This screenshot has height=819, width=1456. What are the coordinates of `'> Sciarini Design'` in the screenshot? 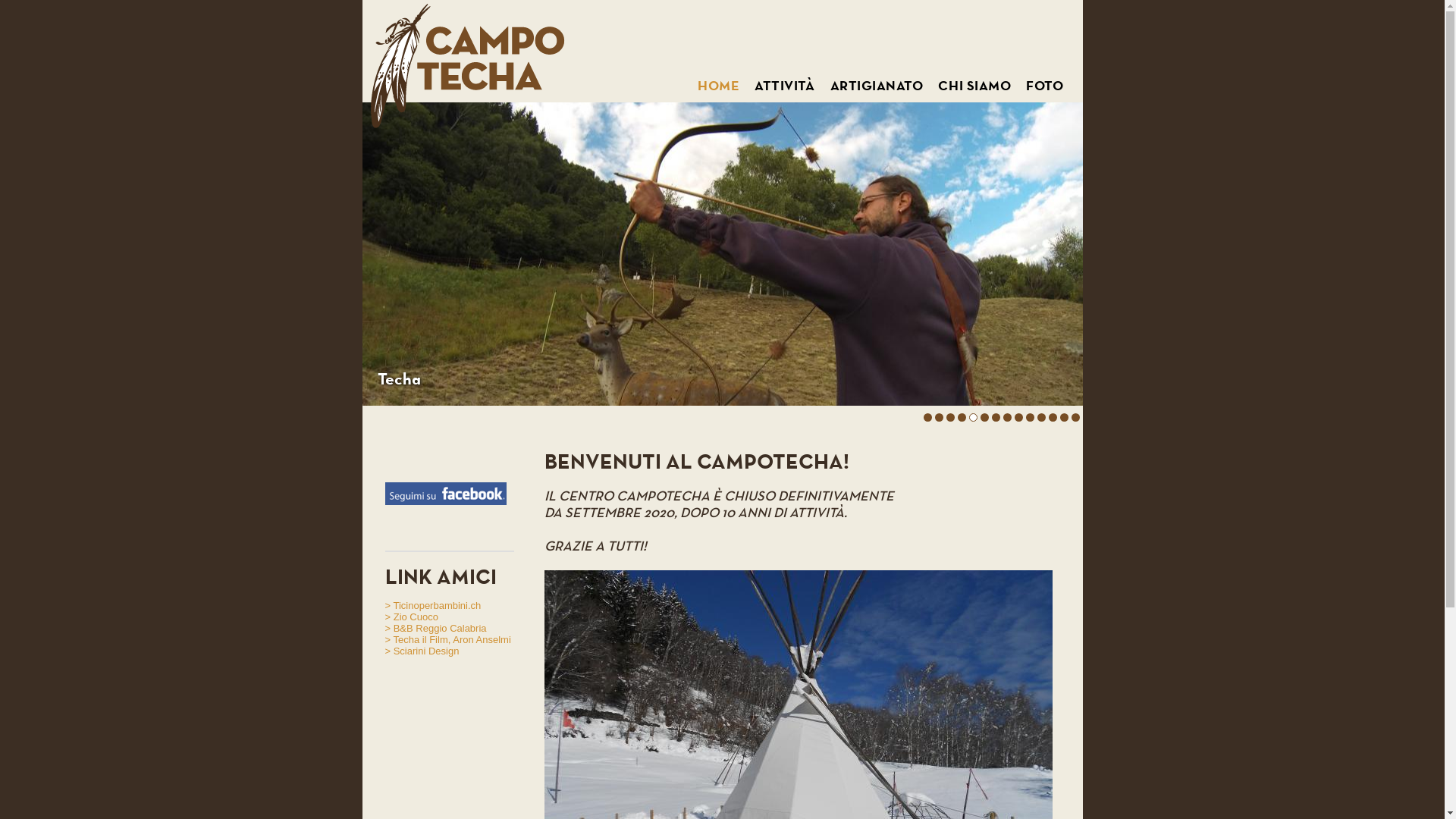 It's located at (422, 650).